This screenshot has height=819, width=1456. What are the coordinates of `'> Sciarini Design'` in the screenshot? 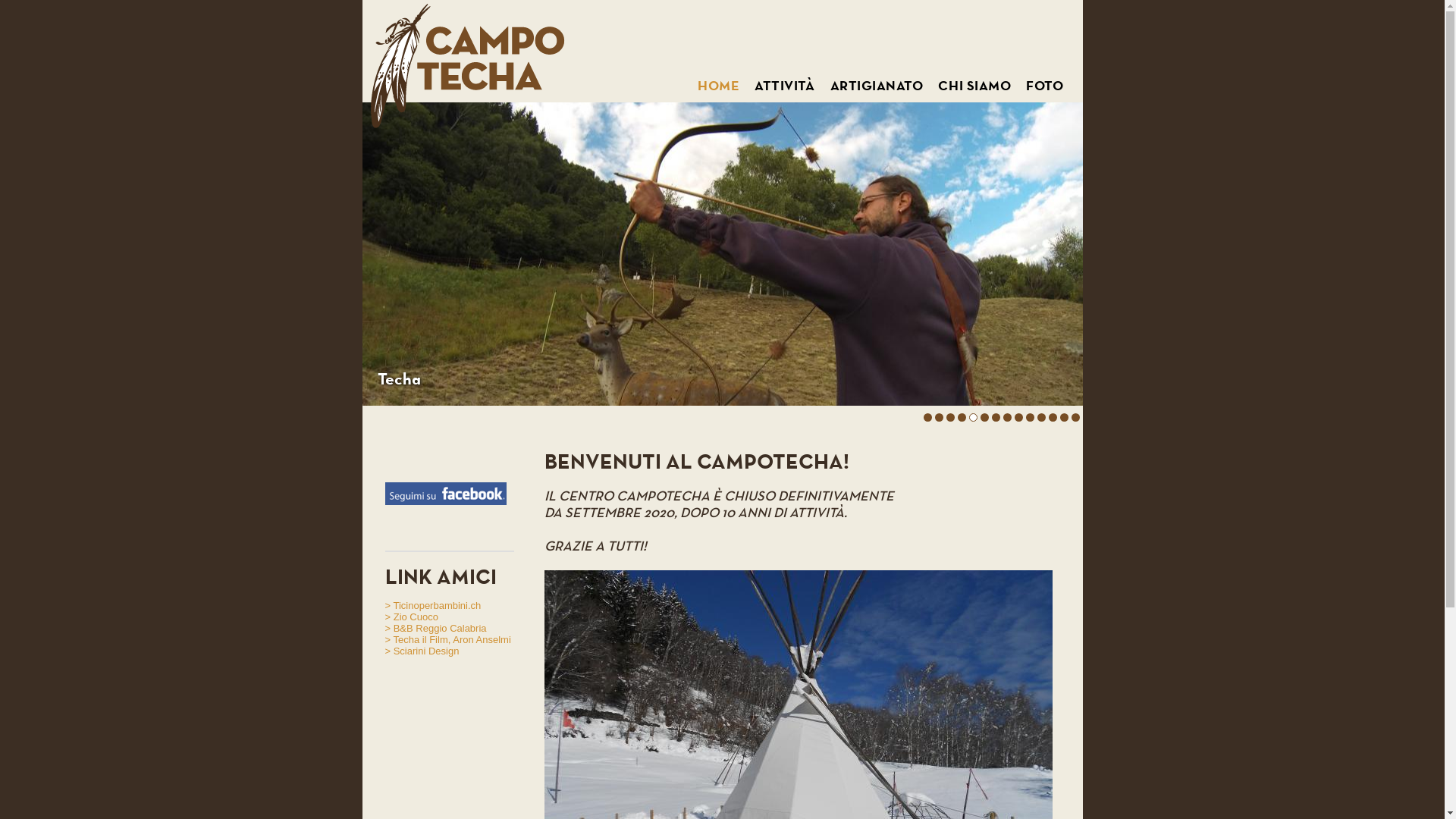 It's located at (422, 650).